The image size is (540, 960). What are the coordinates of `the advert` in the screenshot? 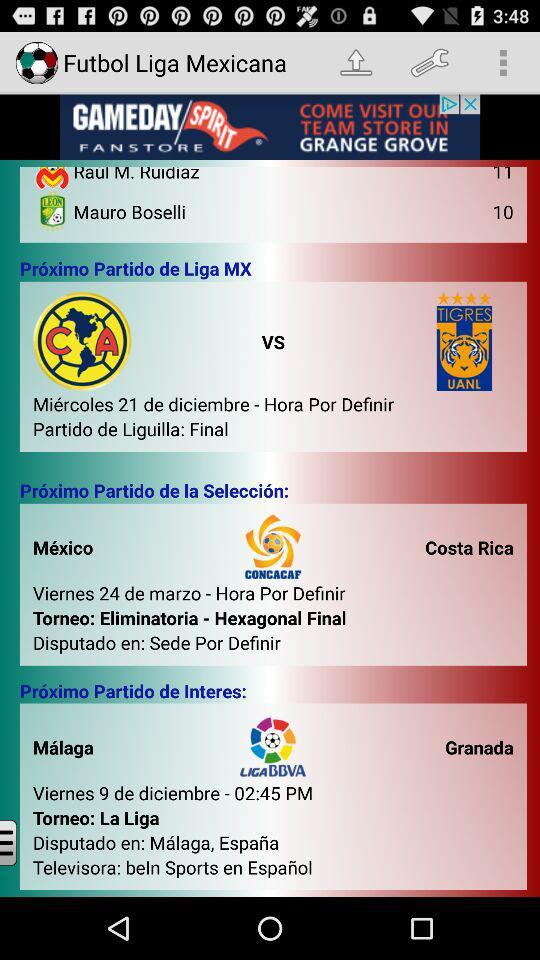 It's located at (270, 126).